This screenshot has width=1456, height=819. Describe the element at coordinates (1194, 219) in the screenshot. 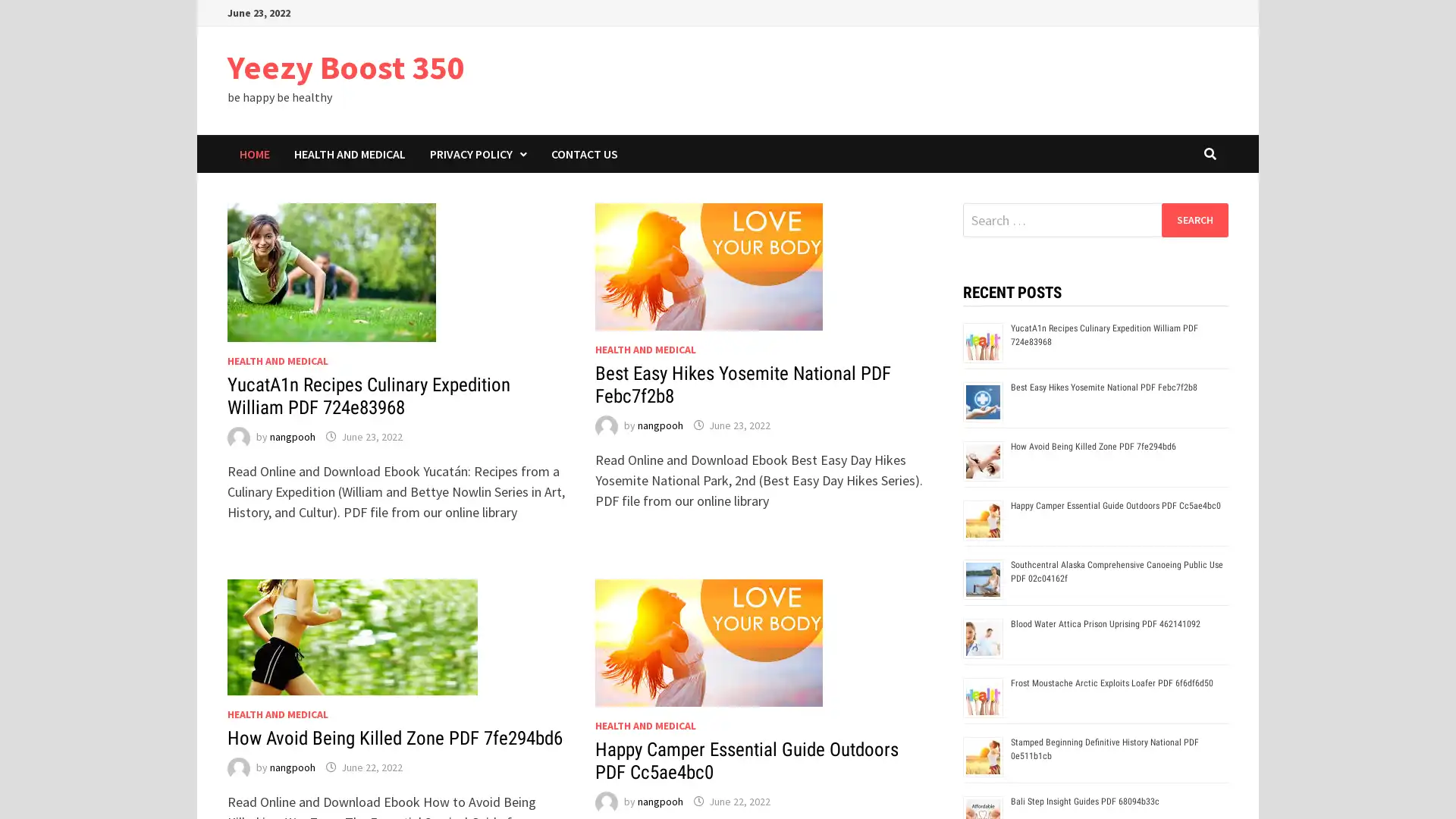

I see `Search` at that location.